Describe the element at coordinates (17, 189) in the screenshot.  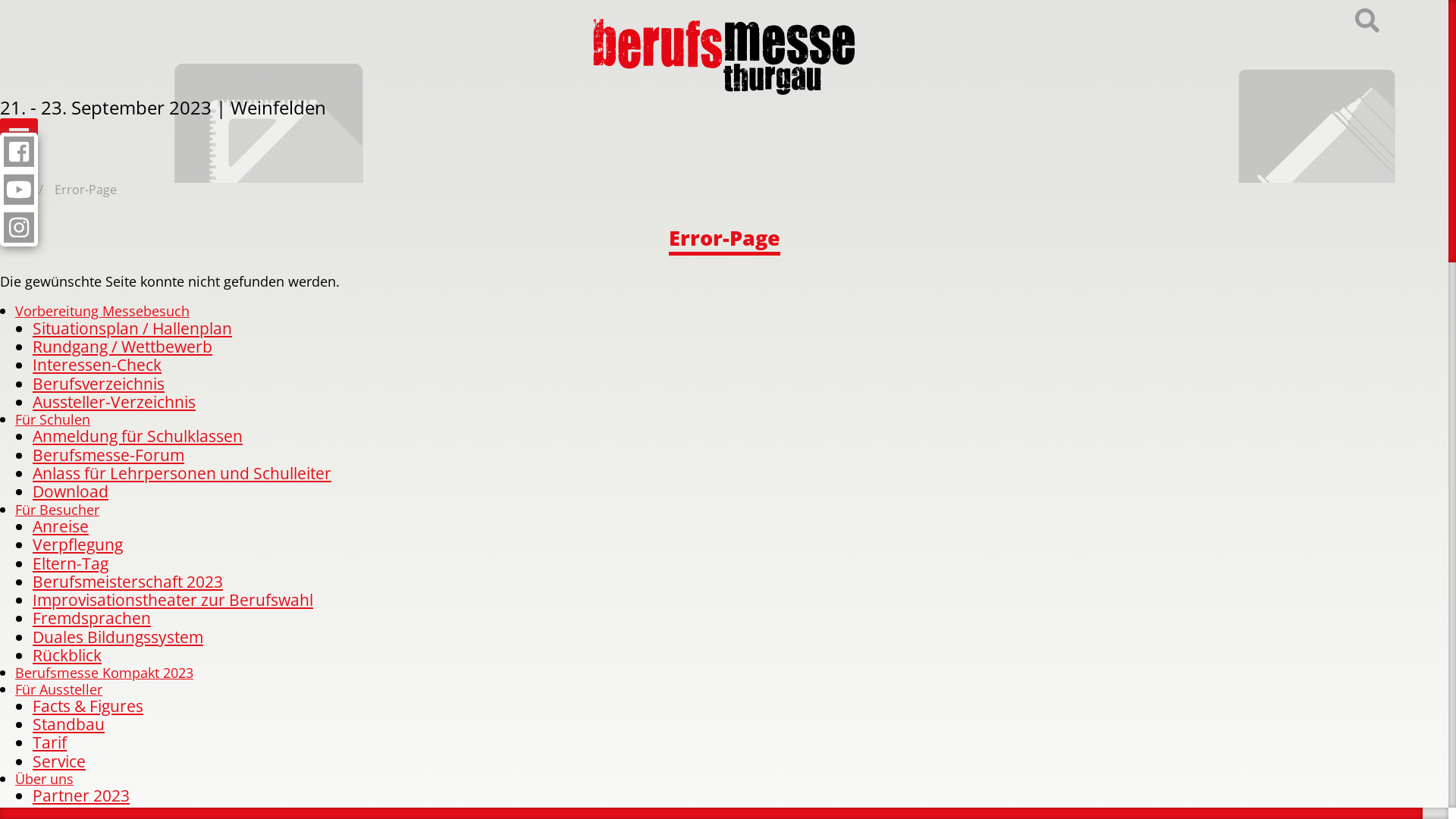
I see `'Home'` at that location.